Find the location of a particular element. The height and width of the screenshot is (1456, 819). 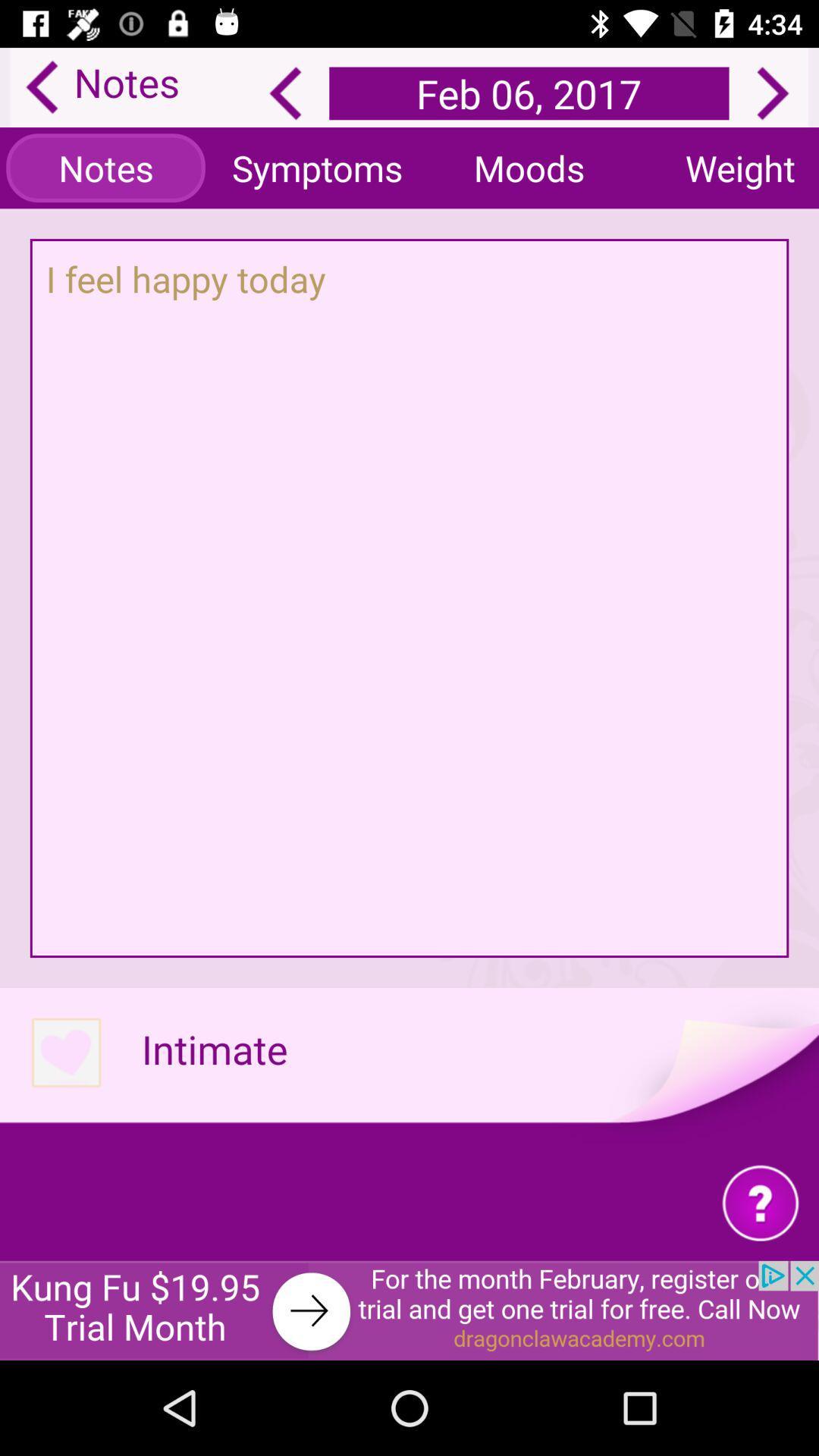

show help is located at coordinates (761, 1201).